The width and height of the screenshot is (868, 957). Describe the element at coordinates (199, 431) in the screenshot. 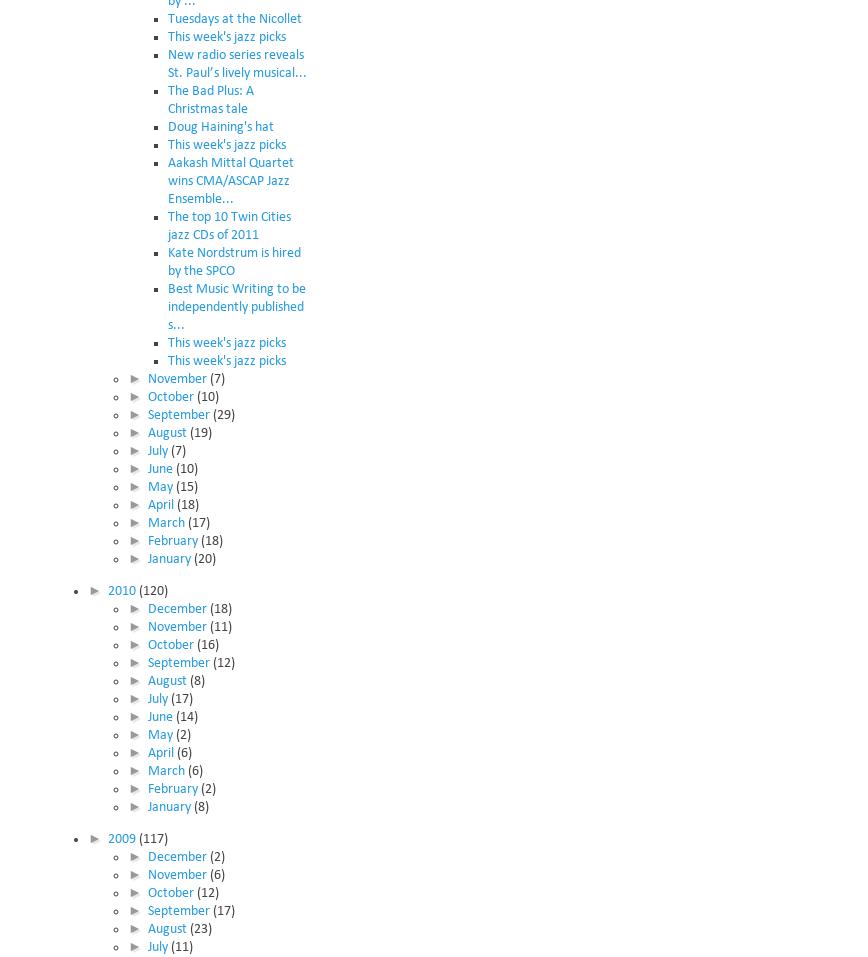

I see `'(19)'` at that location.